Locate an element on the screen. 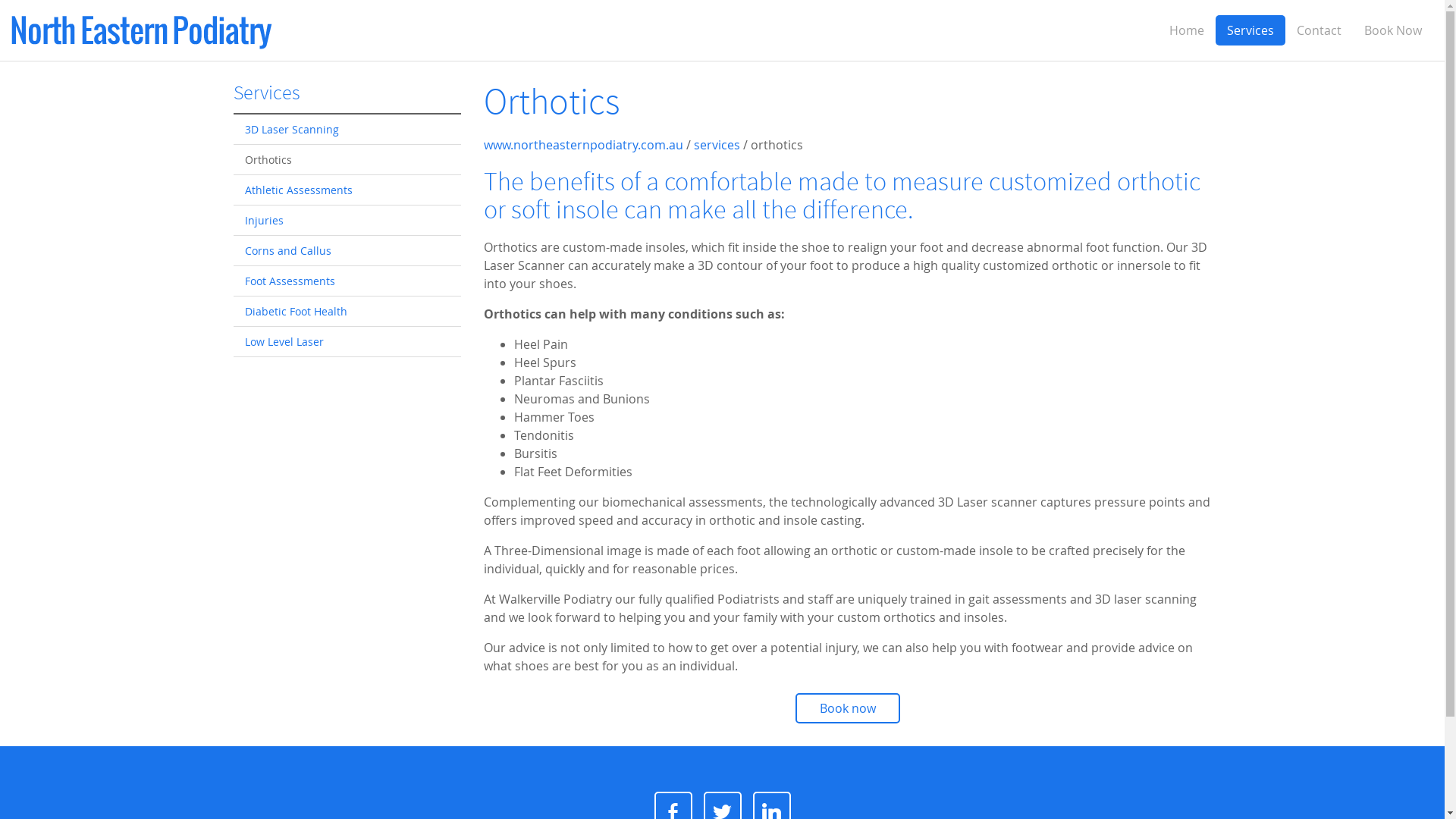 Image resolution: width=1456 pixels, height=819 pixels. 'Diabetic Foot Health' is located at coordinates (346, 311).